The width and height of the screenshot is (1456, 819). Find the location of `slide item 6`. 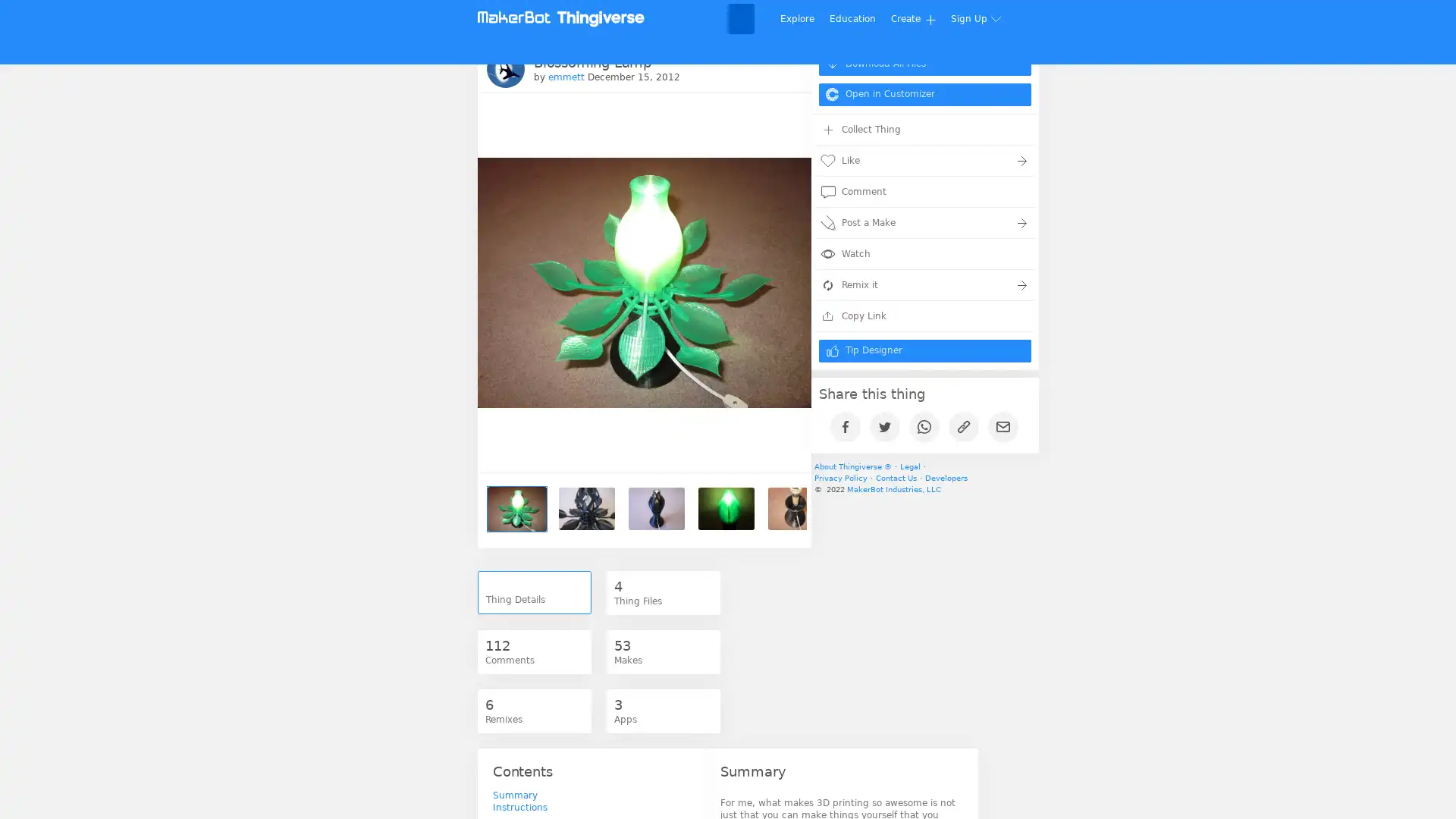

slide item 6 is located at coordinates (866, 508).